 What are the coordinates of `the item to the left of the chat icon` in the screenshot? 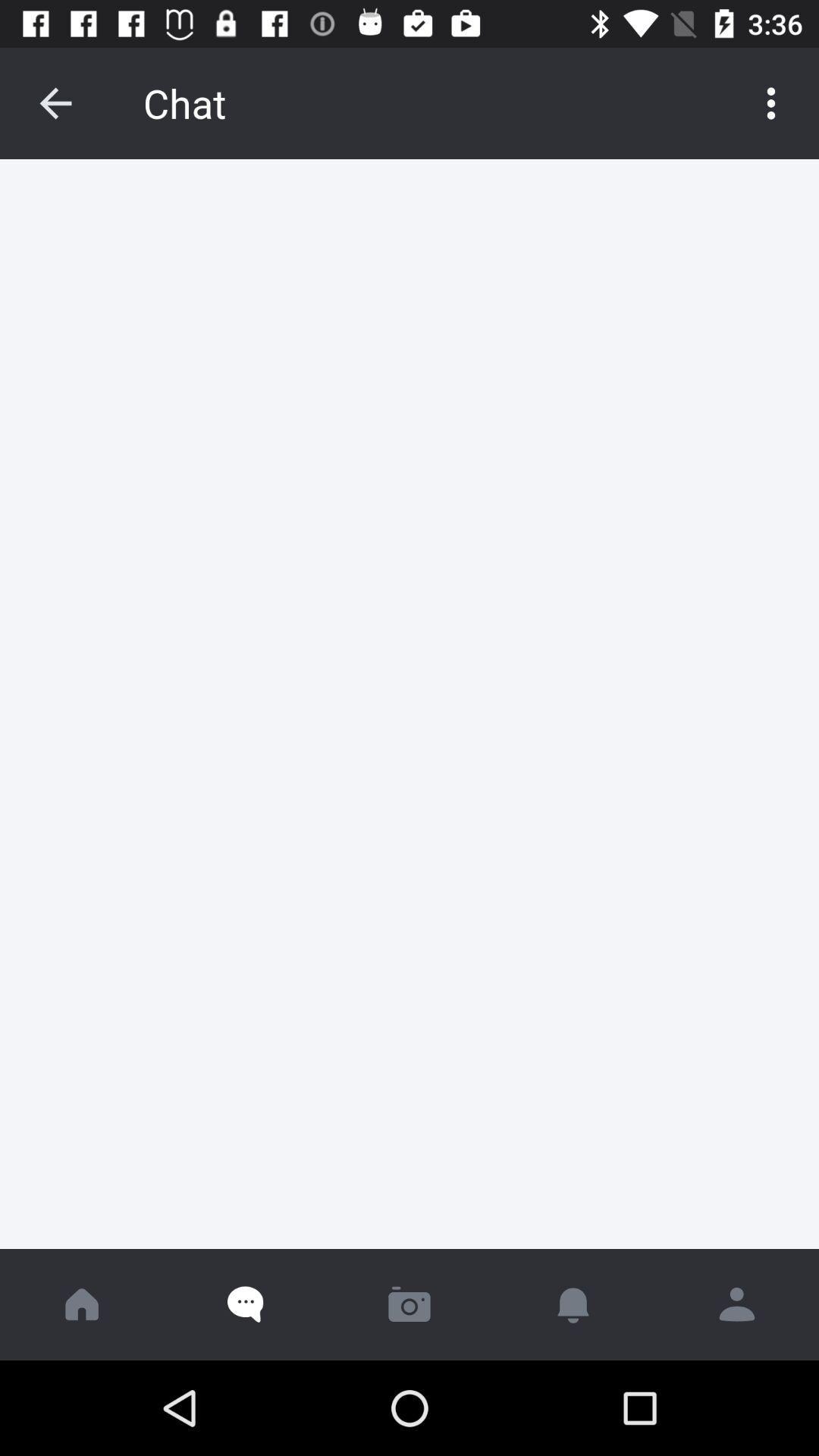 It's located at (55, 102).